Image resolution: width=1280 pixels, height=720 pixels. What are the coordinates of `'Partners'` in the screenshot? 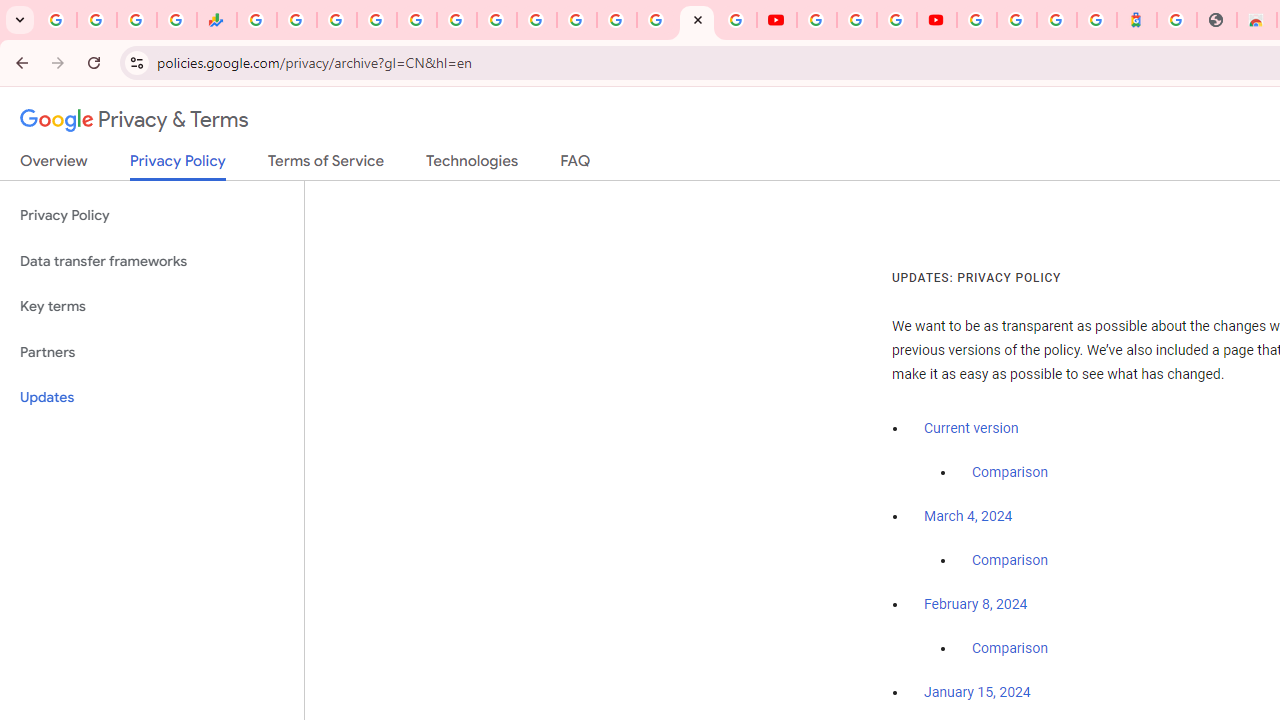 It's located at (151, 351).